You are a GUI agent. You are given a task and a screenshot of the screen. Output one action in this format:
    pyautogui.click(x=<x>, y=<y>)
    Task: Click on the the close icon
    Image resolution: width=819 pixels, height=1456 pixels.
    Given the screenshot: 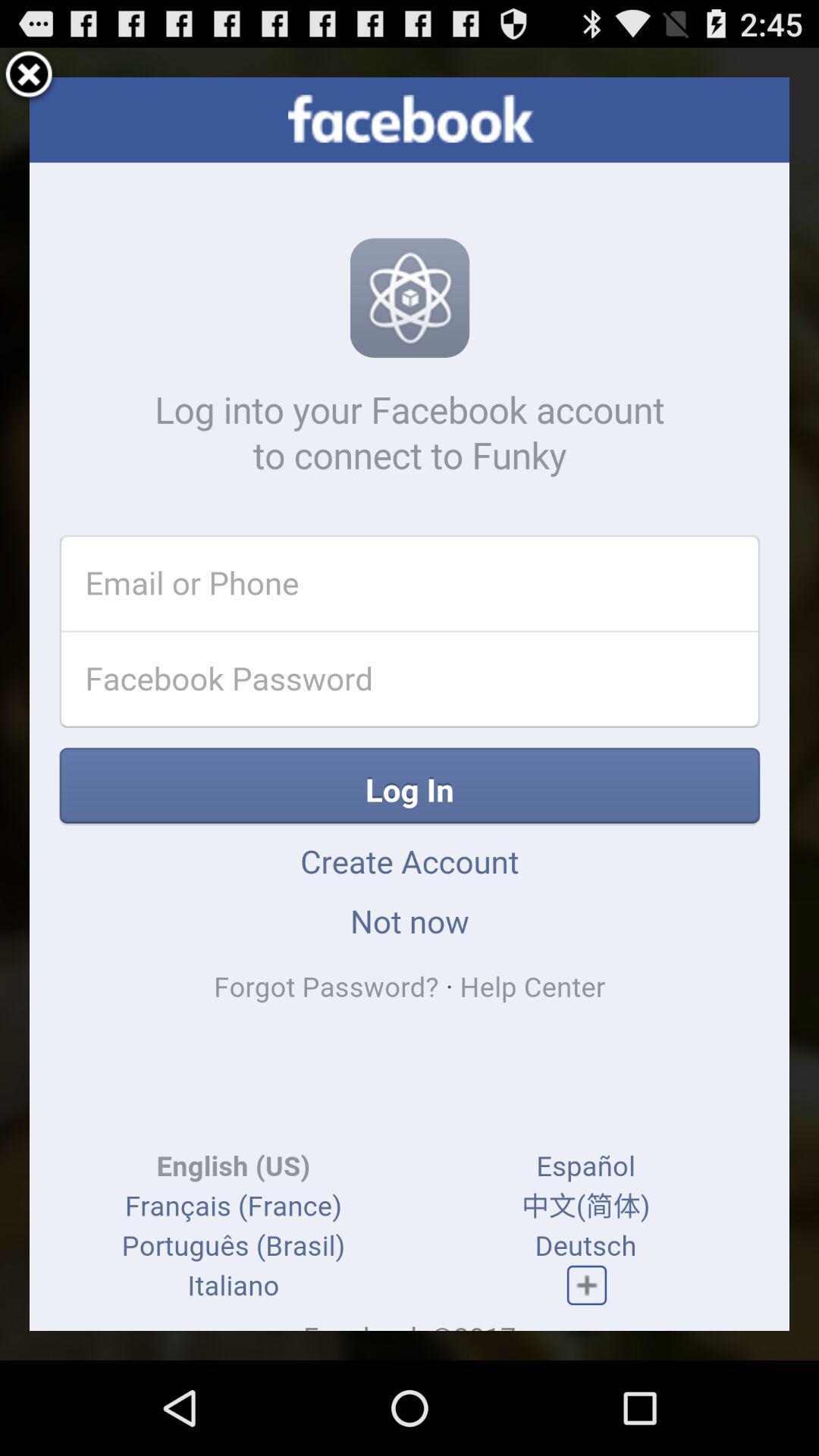 What is the action you would take?
    pyautogui.click(x=29, y=81)
    